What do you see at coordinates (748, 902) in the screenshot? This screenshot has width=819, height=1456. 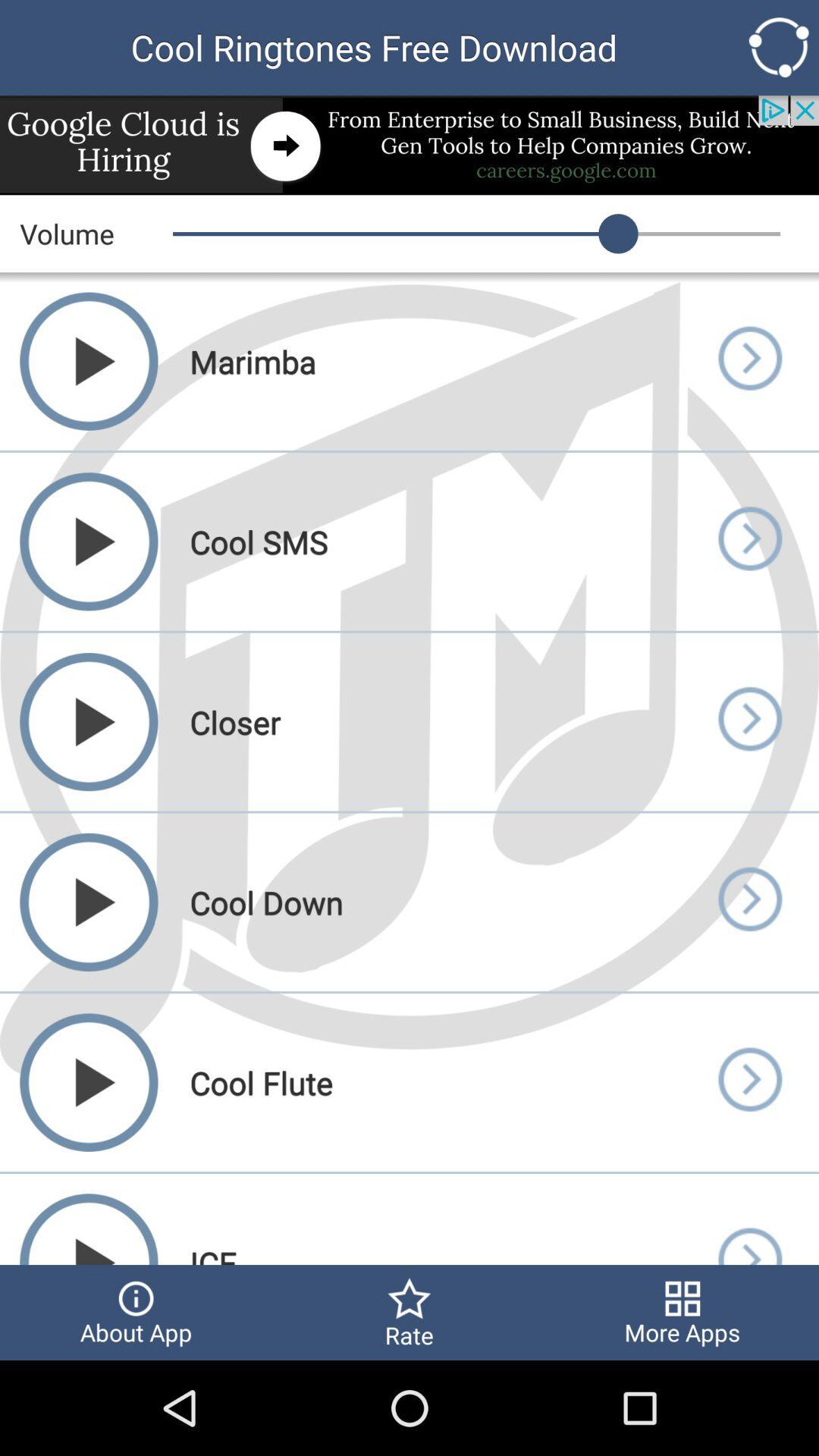 I see `song` at bounding box center [748, 902].